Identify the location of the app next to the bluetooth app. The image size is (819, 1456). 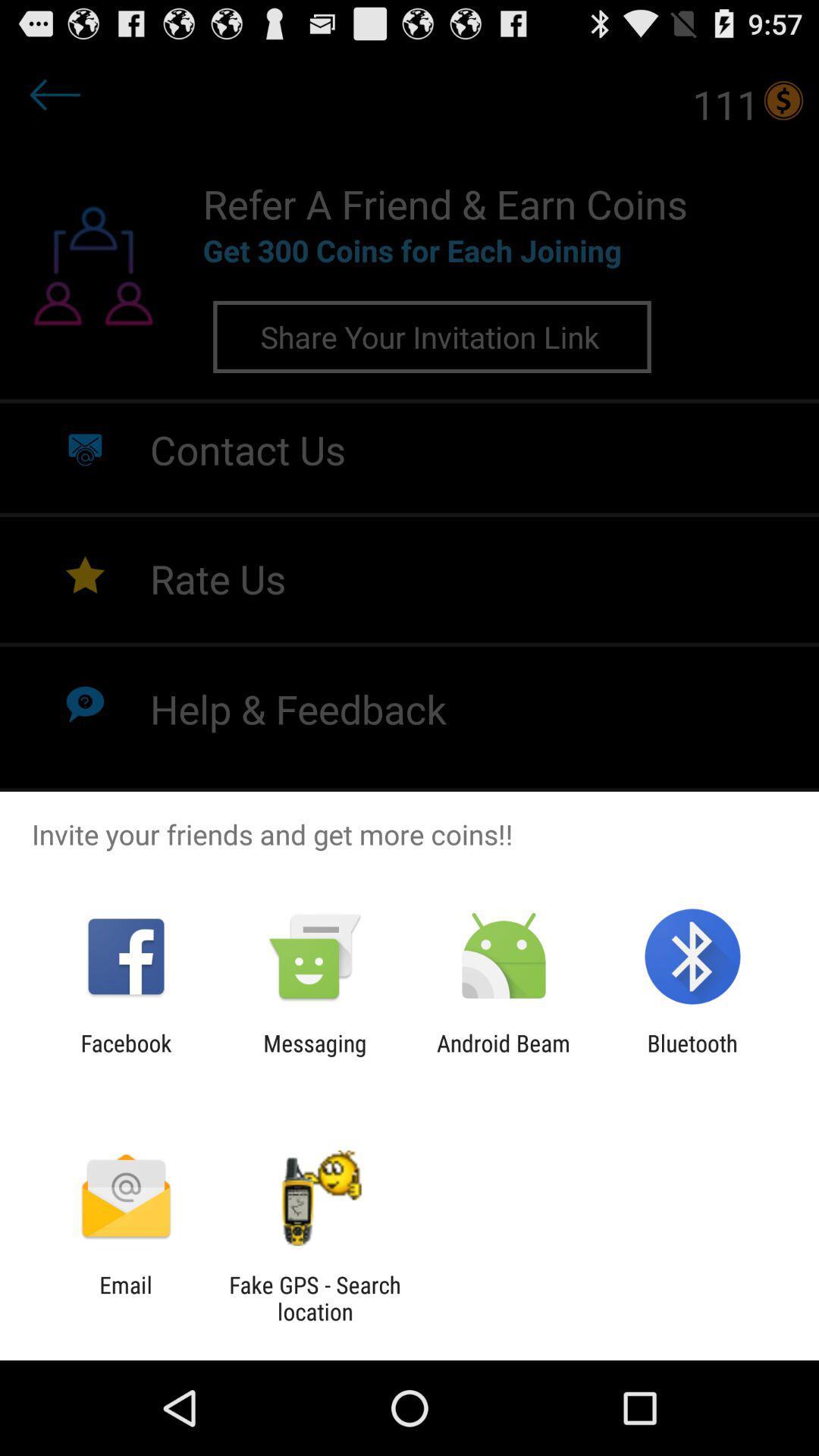
(504, 1056).